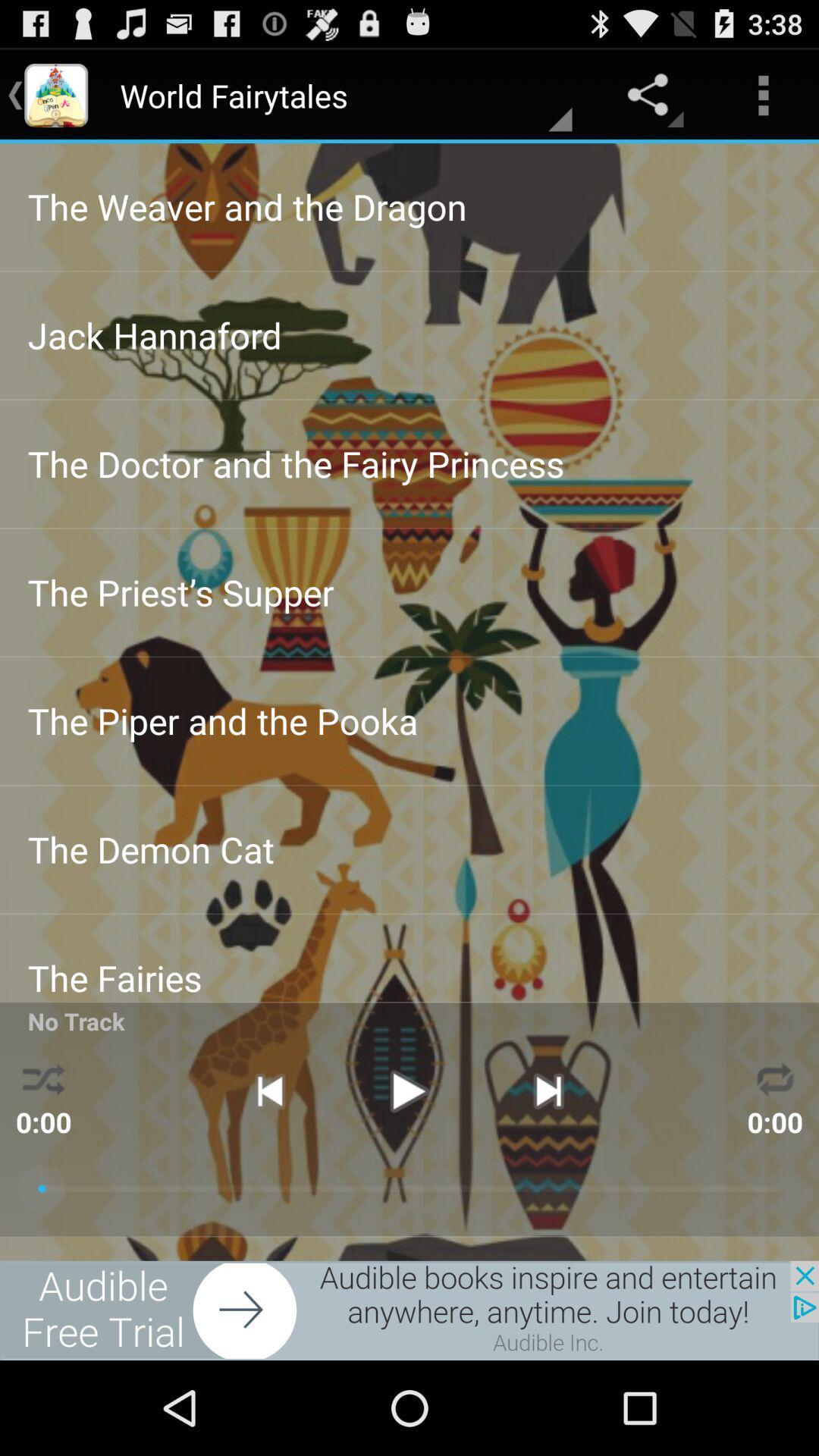 The width and height of the screenshot is (819, 1456). Describe the element at coordinates (409, 1310) in the screenshot. I see `click on advertisement` at that location.